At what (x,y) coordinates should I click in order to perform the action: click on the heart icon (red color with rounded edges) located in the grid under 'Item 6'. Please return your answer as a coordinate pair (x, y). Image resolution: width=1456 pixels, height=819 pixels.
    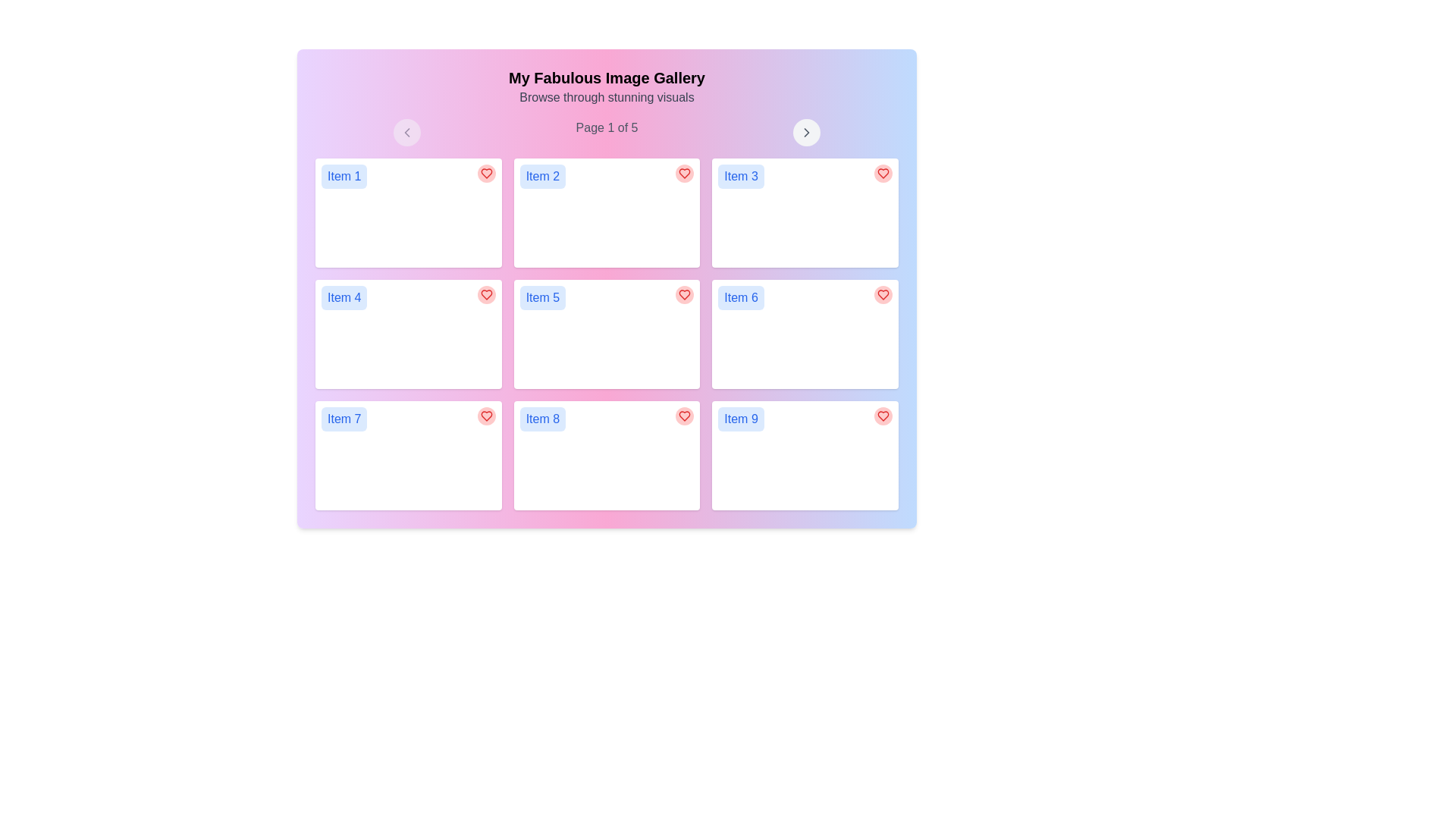
    Looking at the image, I should click on (883, 295).